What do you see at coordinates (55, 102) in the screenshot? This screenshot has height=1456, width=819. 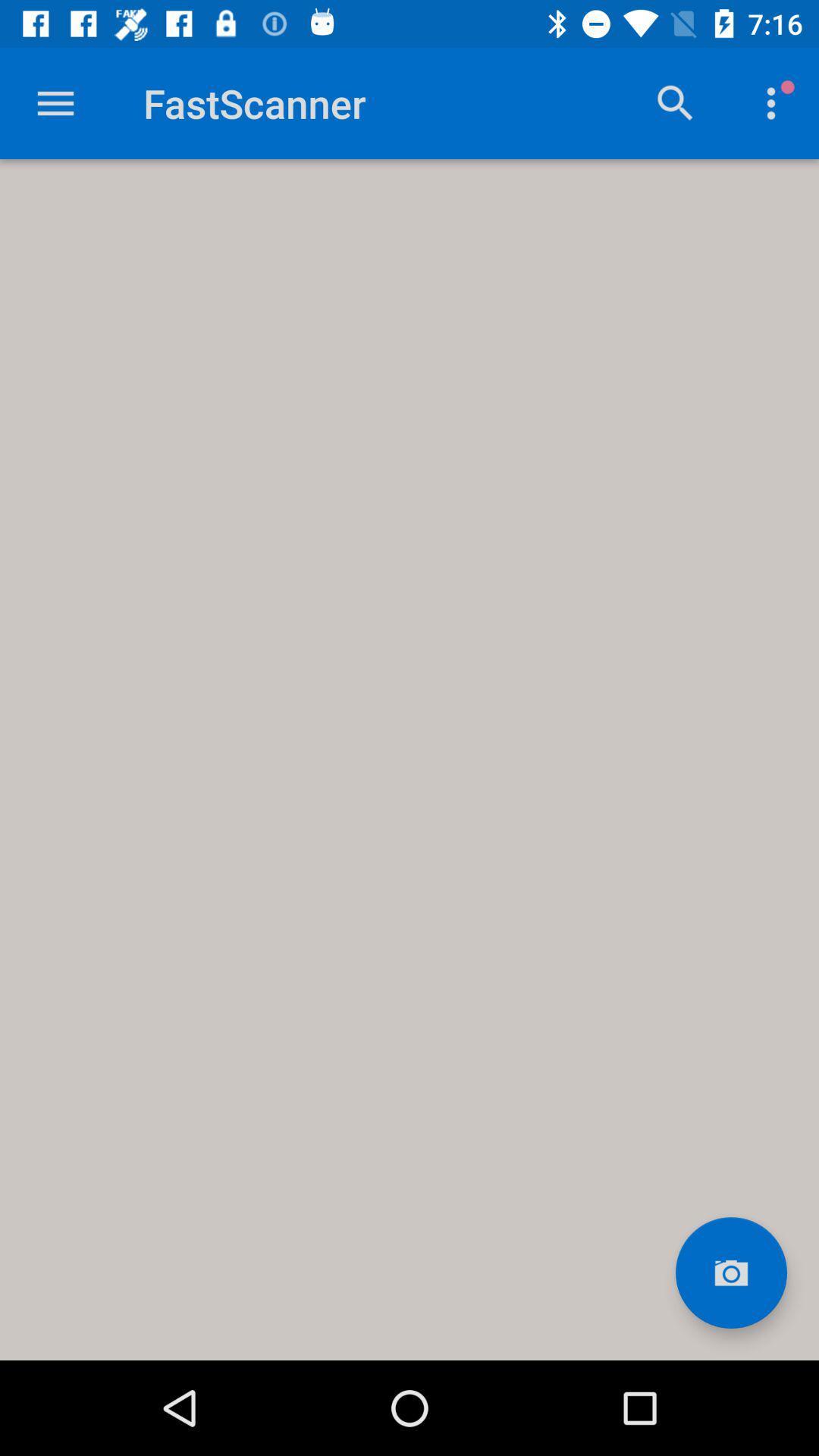 I see `menu list` at bounding box center [55, 102].